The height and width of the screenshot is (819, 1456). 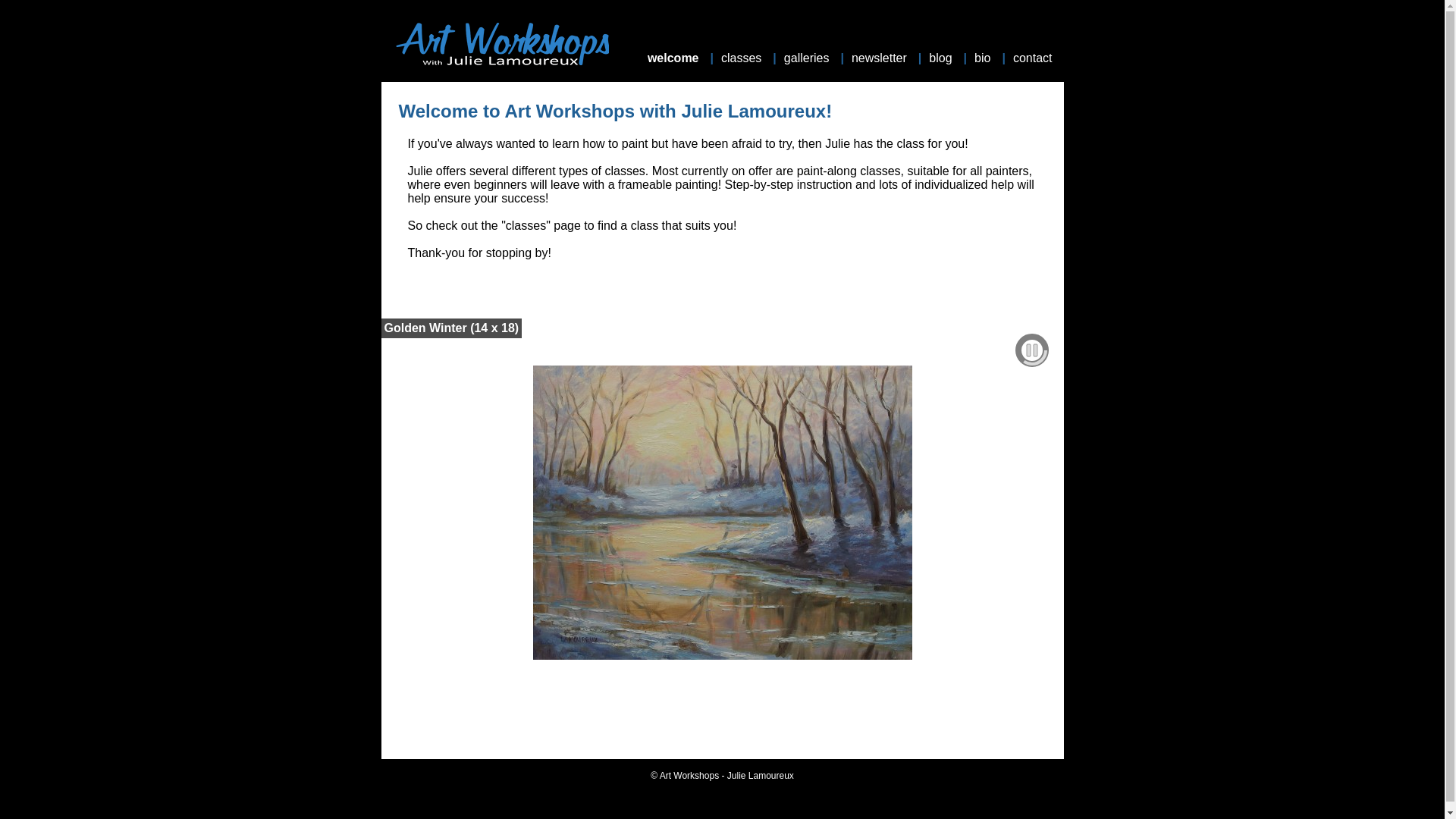 What do you see at coordinates (984, 58) in the screenshot?
I see `'bio'` at bounding box center [984, 58].